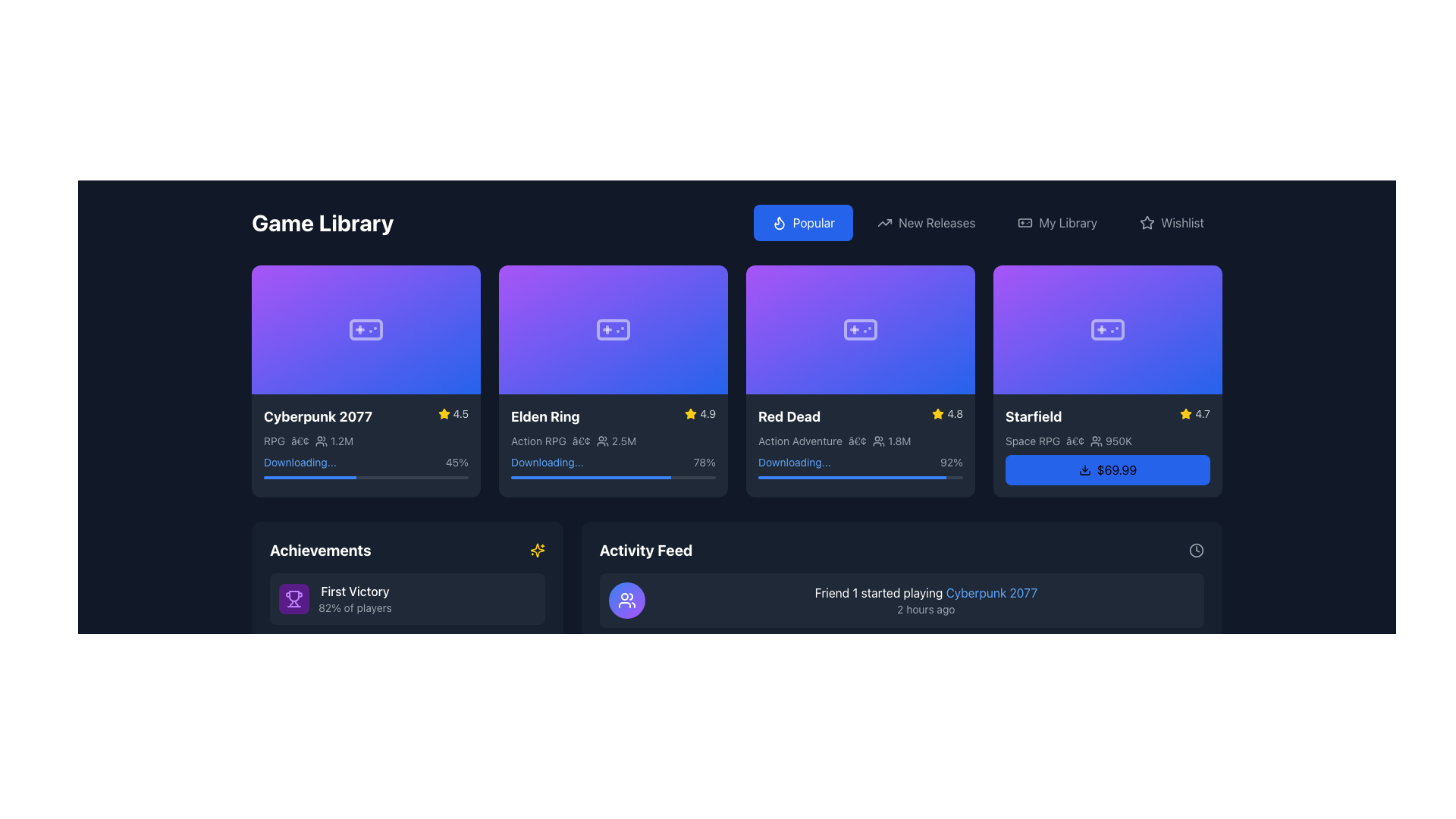 The width and height of the screenshot is (1456, 819). What do you see at coordinates (690, 413) in the screenshot?
I see `the star-shaped icon filled with yellow color that represents a rating component, located at the top-left corner of the card labeled 'Elden Ring'` at bounding box center [690, 413].